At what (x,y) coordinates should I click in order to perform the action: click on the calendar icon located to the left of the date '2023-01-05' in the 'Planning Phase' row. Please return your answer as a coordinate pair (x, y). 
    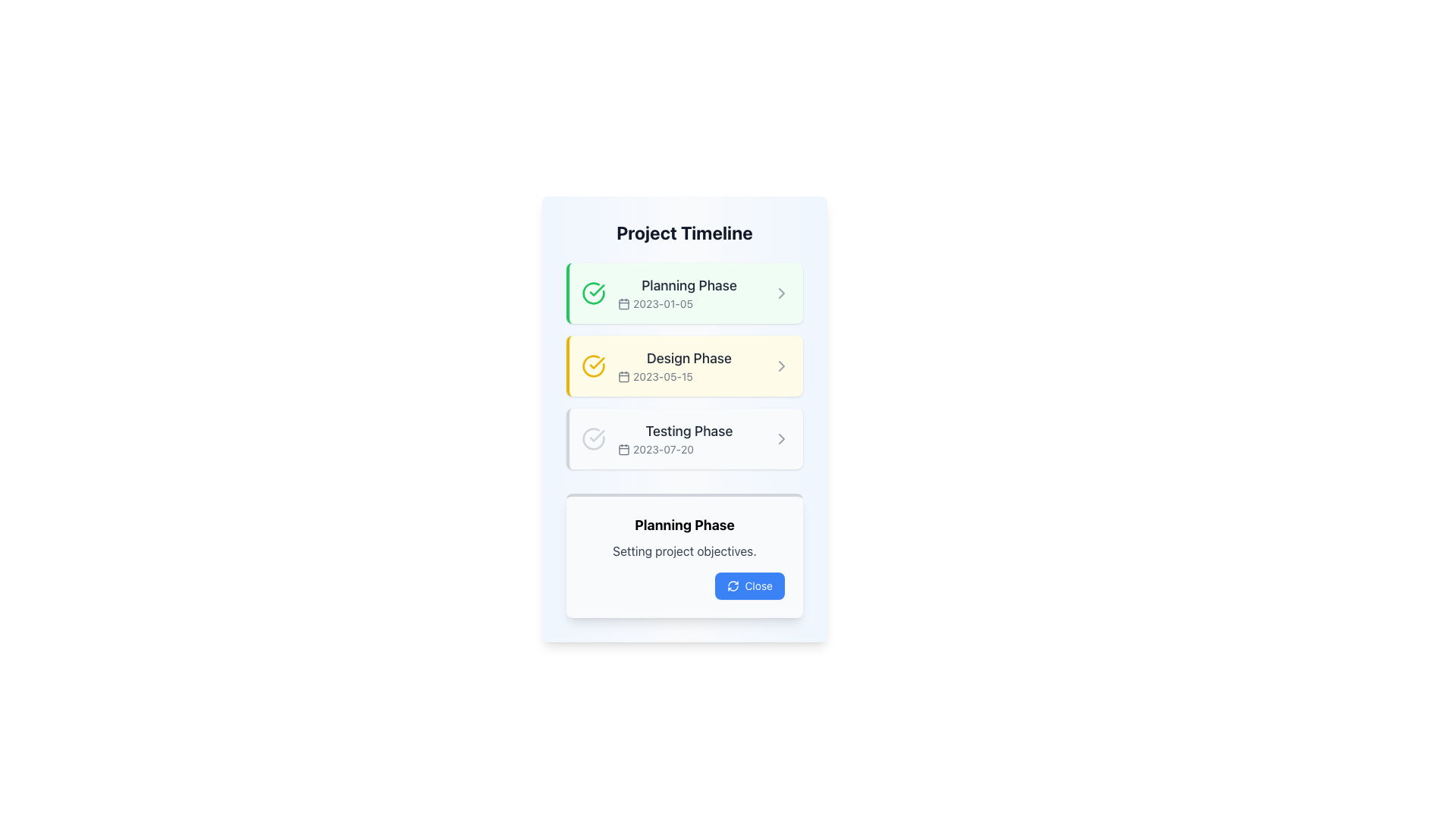
    Looking at the image, I should click on (623, 304).